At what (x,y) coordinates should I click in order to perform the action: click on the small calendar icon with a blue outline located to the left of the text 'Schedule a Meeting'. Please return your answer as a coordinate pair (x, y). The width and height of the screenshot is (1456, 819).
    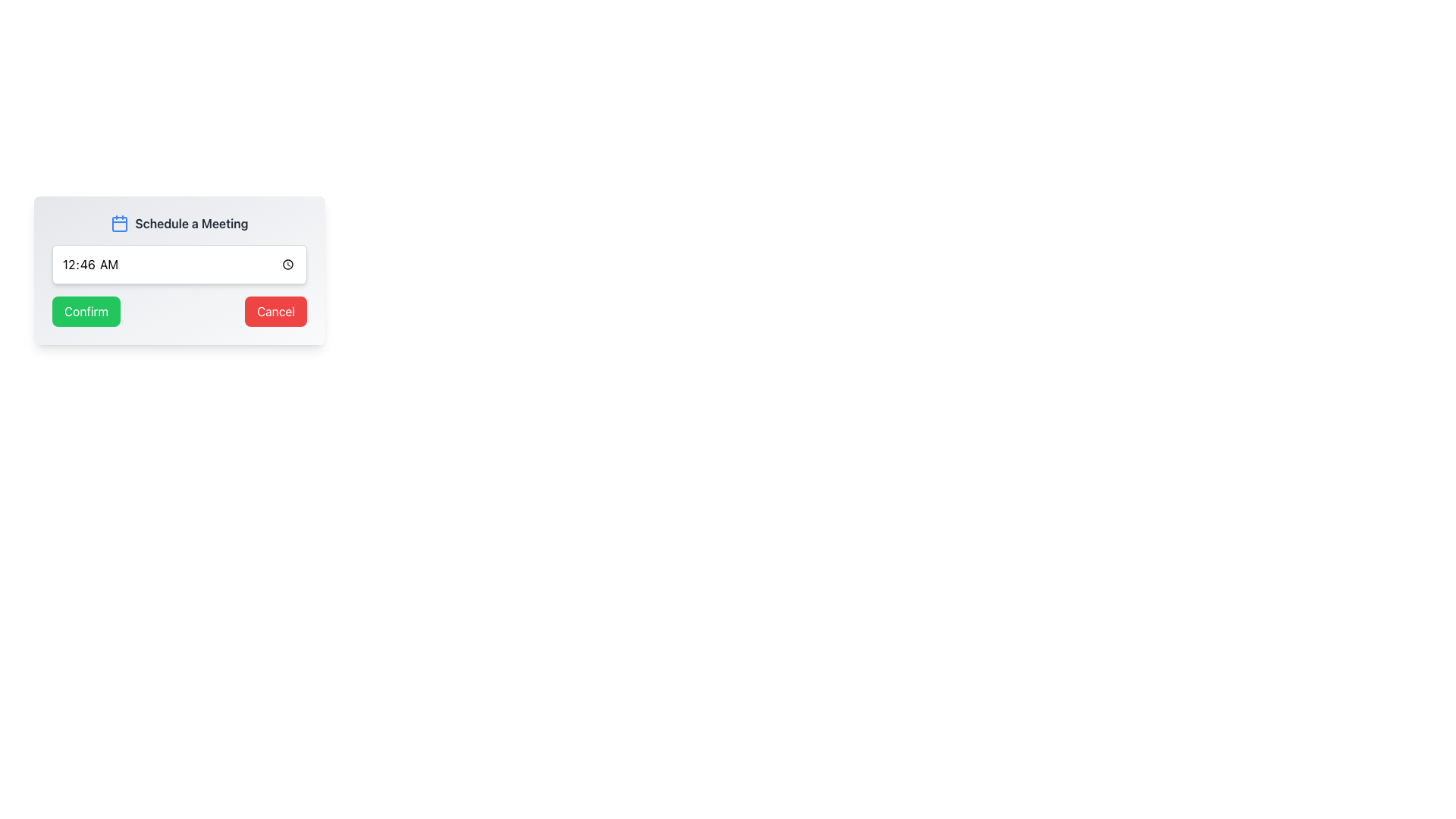
    Looking at the image, I should click on (119, 223).